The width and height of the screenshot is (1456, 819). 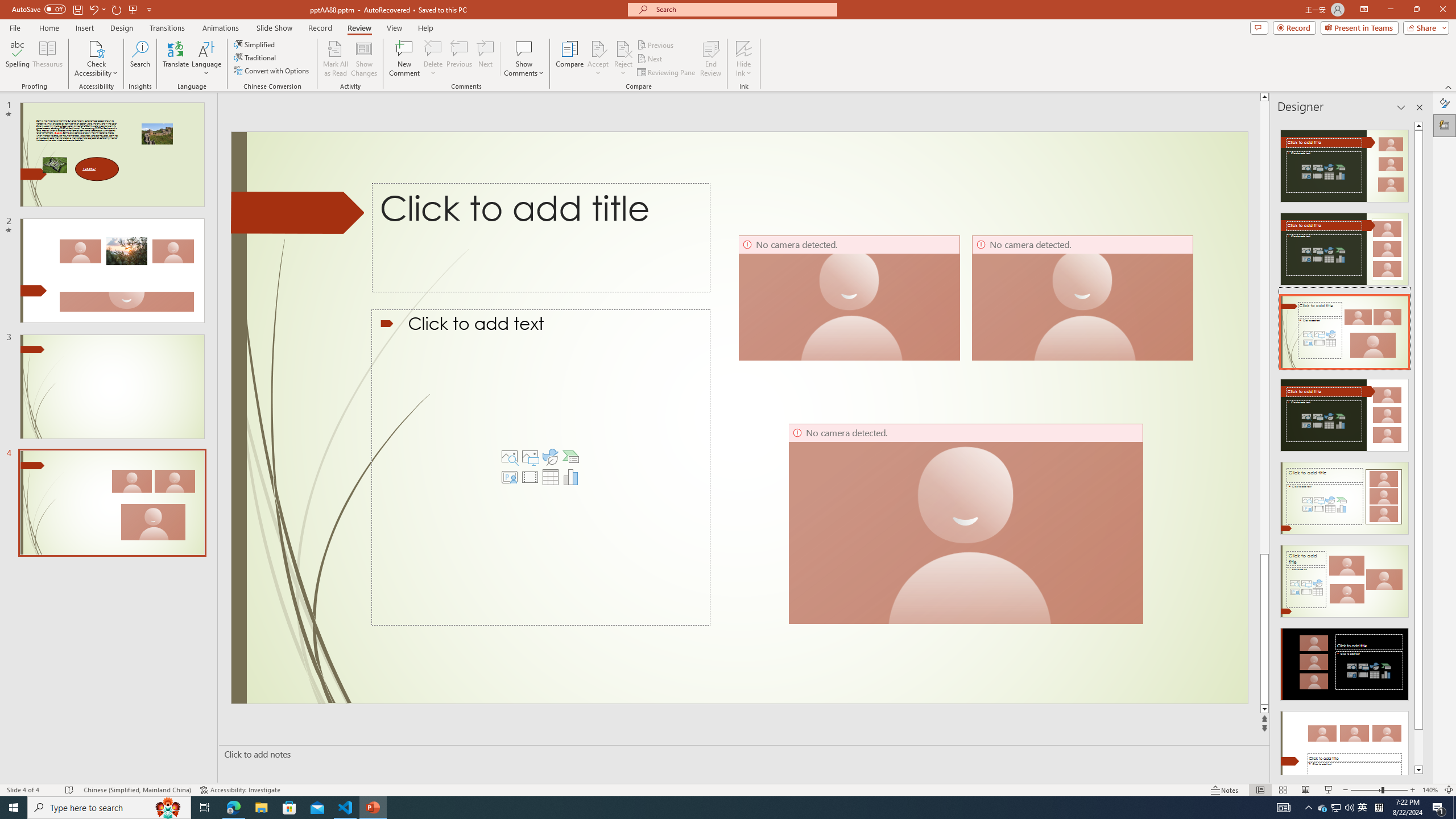 I want to click on 'Insert Cameo', so click(x=510, y=477).